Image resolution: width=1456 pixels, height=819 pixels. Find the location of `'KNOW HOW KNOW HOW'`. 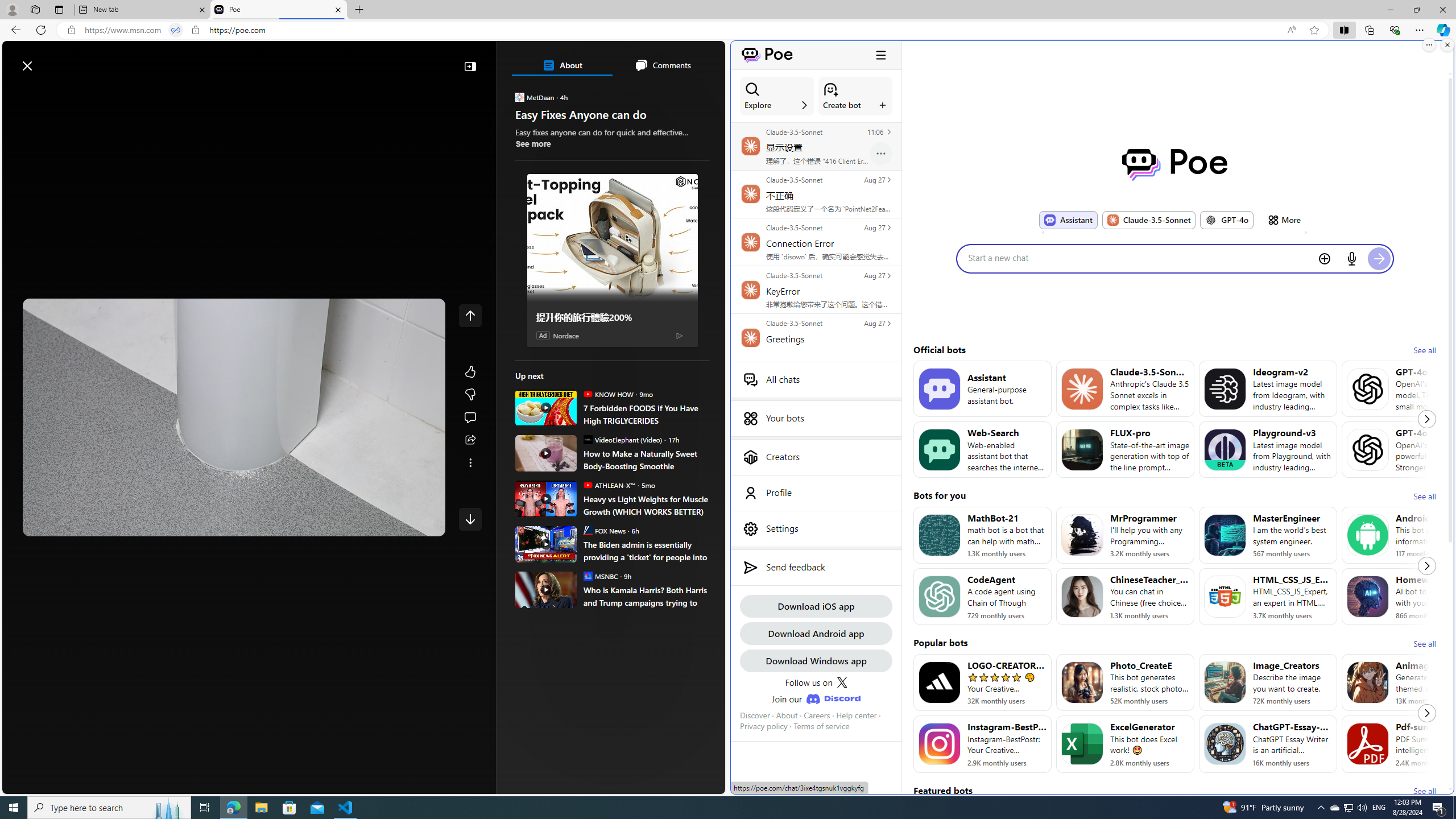

'KNOW HOW KNOW HOW' is located at coordinates (607, 394).